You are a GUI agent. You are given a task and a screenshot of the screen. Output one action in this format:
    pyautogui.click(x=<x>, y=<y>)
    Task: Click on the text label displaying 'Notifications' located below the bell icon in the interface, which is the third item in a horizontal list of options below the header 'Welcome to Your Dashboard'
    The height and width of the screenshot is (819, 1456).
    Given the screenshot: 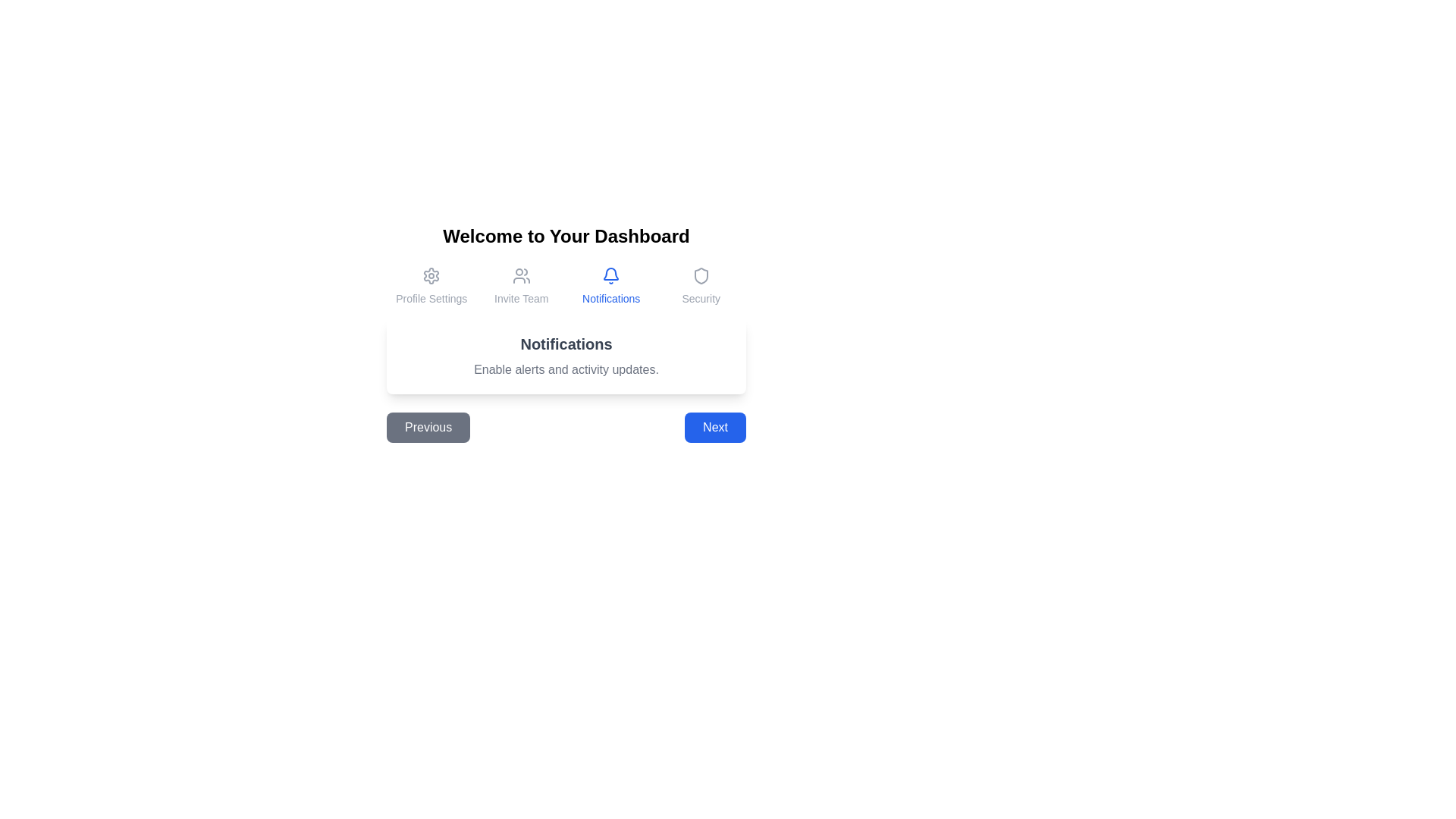 What is the action you would take?
    pyautogui.click(x=611, y=298)
    